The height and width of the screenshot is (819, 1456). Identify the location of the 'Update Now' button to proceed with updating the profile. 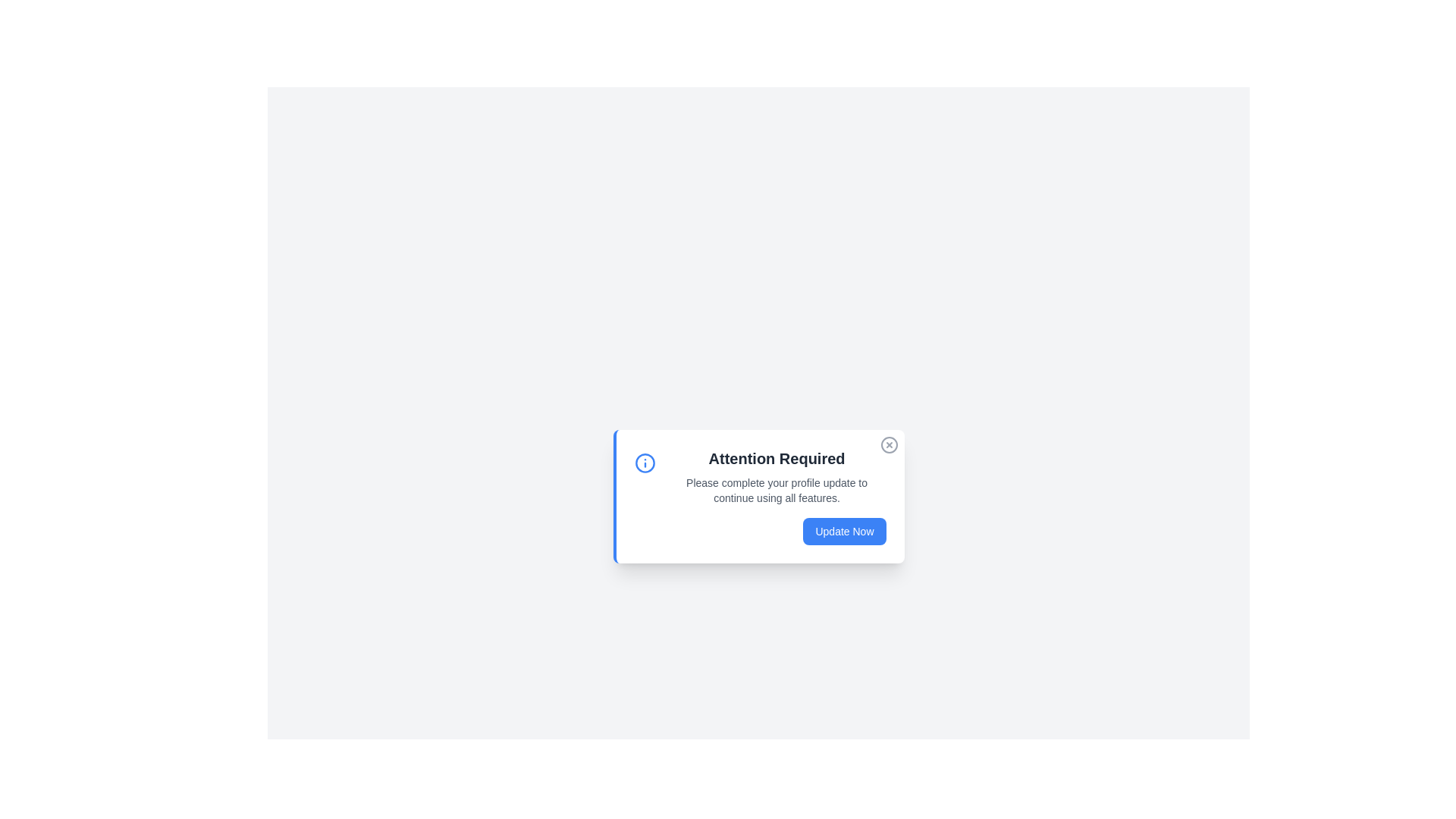
(843, 531).